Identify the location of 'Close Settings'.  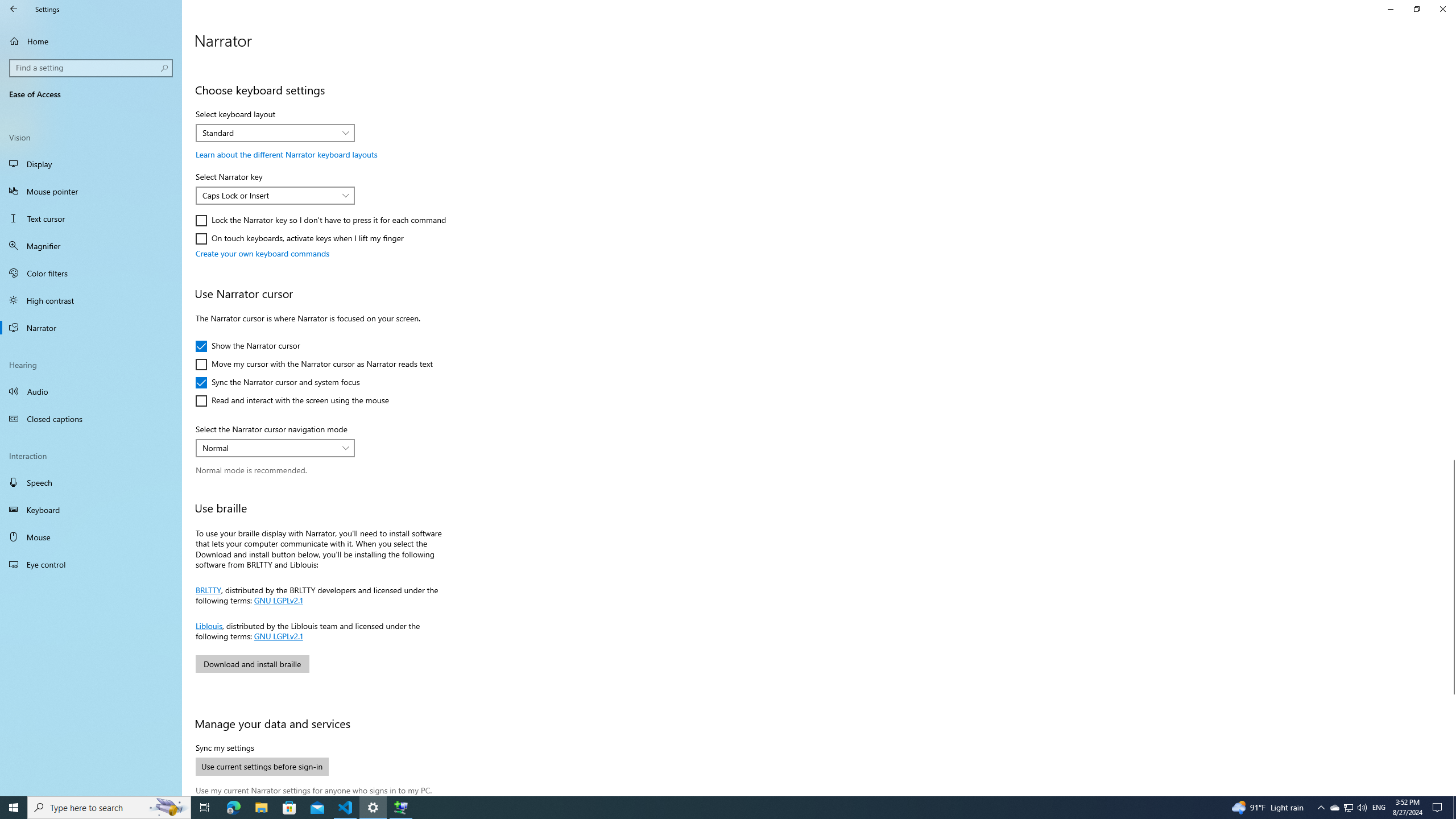
(1442, 9).